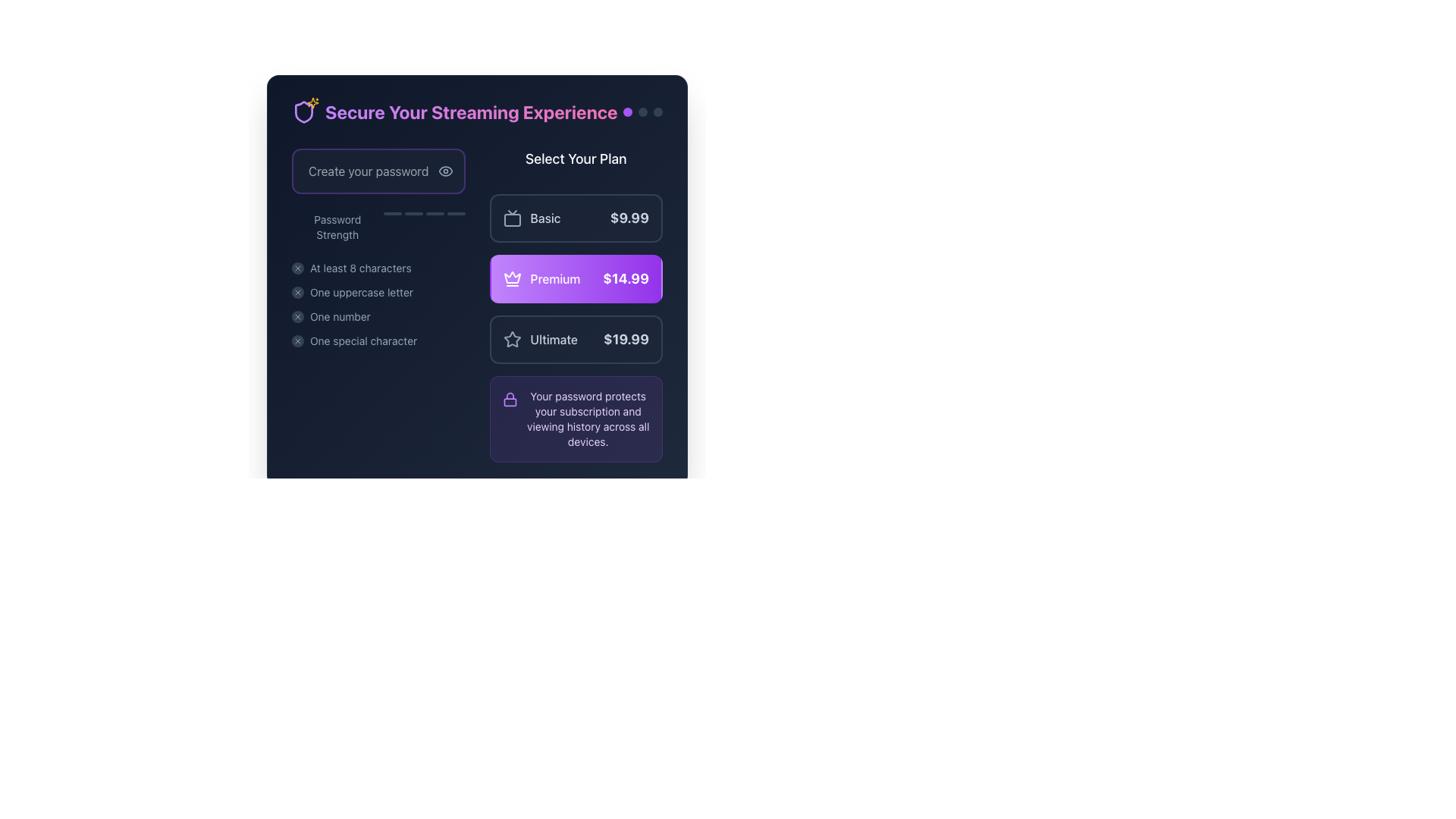  I want to click on the changes in the Progress indicator or level bar that visually represents password strength, located under the 'Create your password' input field and right-aligned with 'Password Strength', so click(424, 227).